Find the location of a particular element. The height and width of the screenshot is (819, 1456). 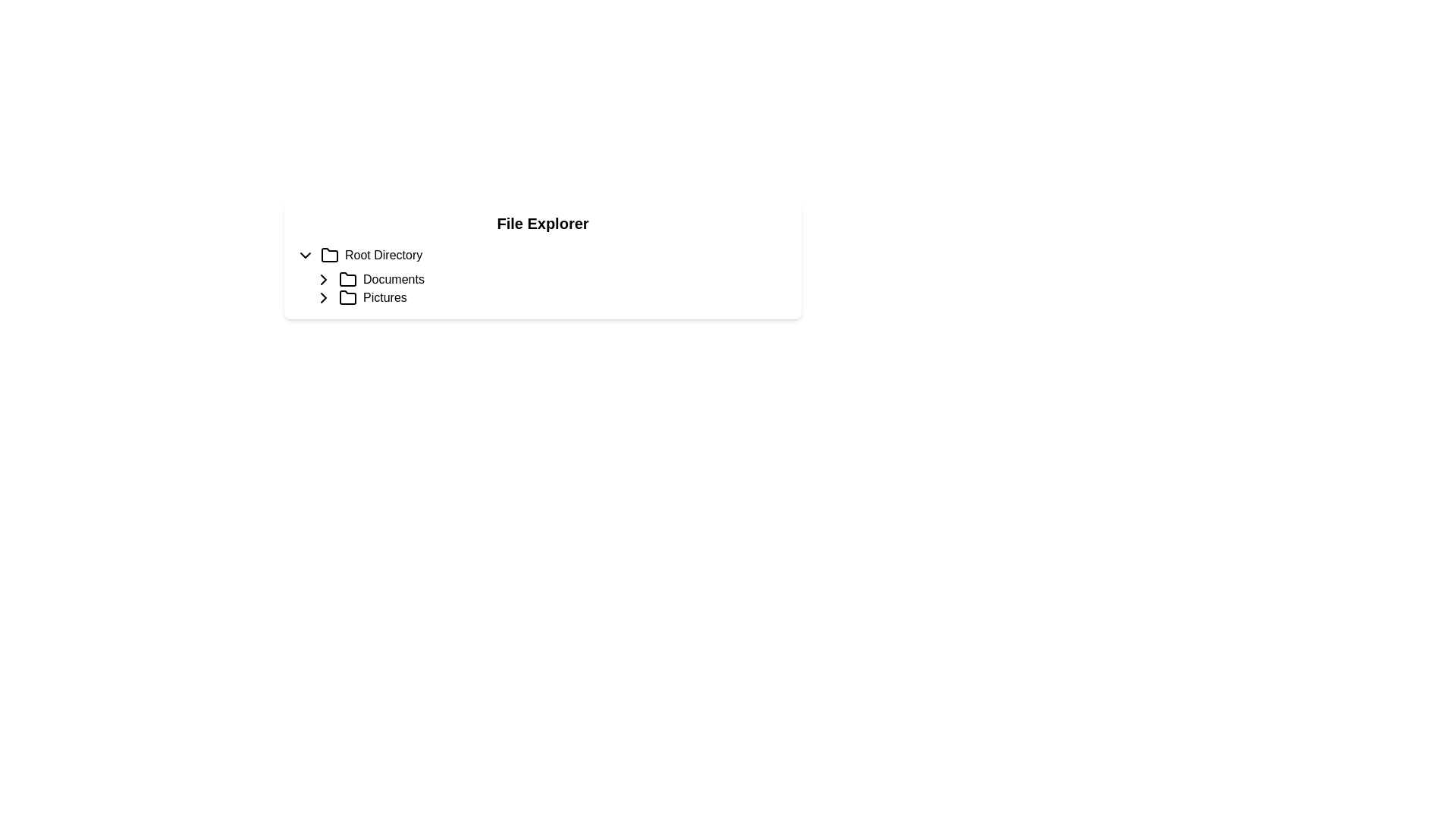

the 'Documents' folder icon is located at coordinates (347, 278).